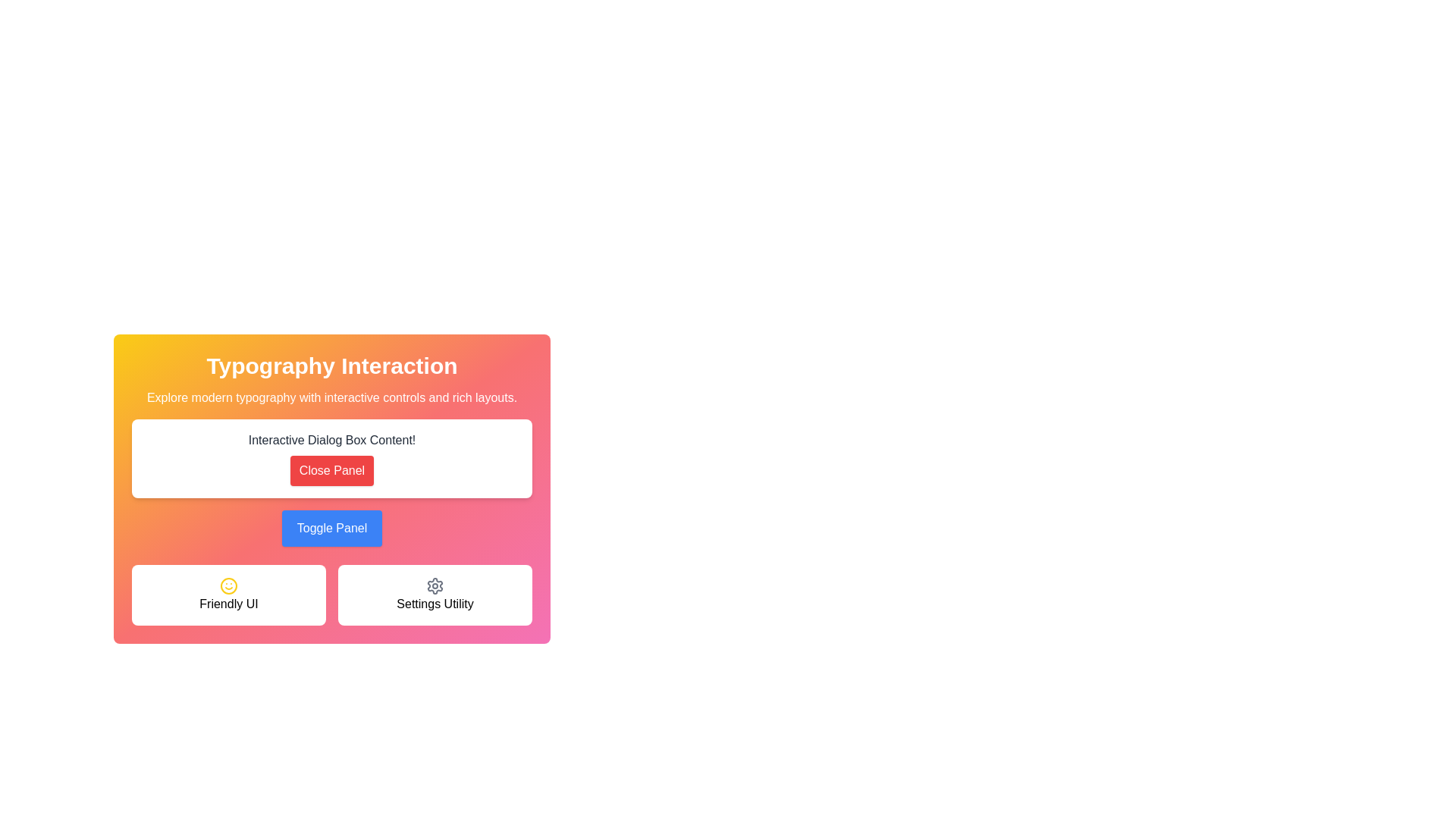 The width and height of the screenshot is (1456, 819). I want to click on the gear-like settings icon, which is gray and located in the bottom-right corner of the 'Settings Utility' card, positioned above the text label 'Settings Utility', so click(435, 585).